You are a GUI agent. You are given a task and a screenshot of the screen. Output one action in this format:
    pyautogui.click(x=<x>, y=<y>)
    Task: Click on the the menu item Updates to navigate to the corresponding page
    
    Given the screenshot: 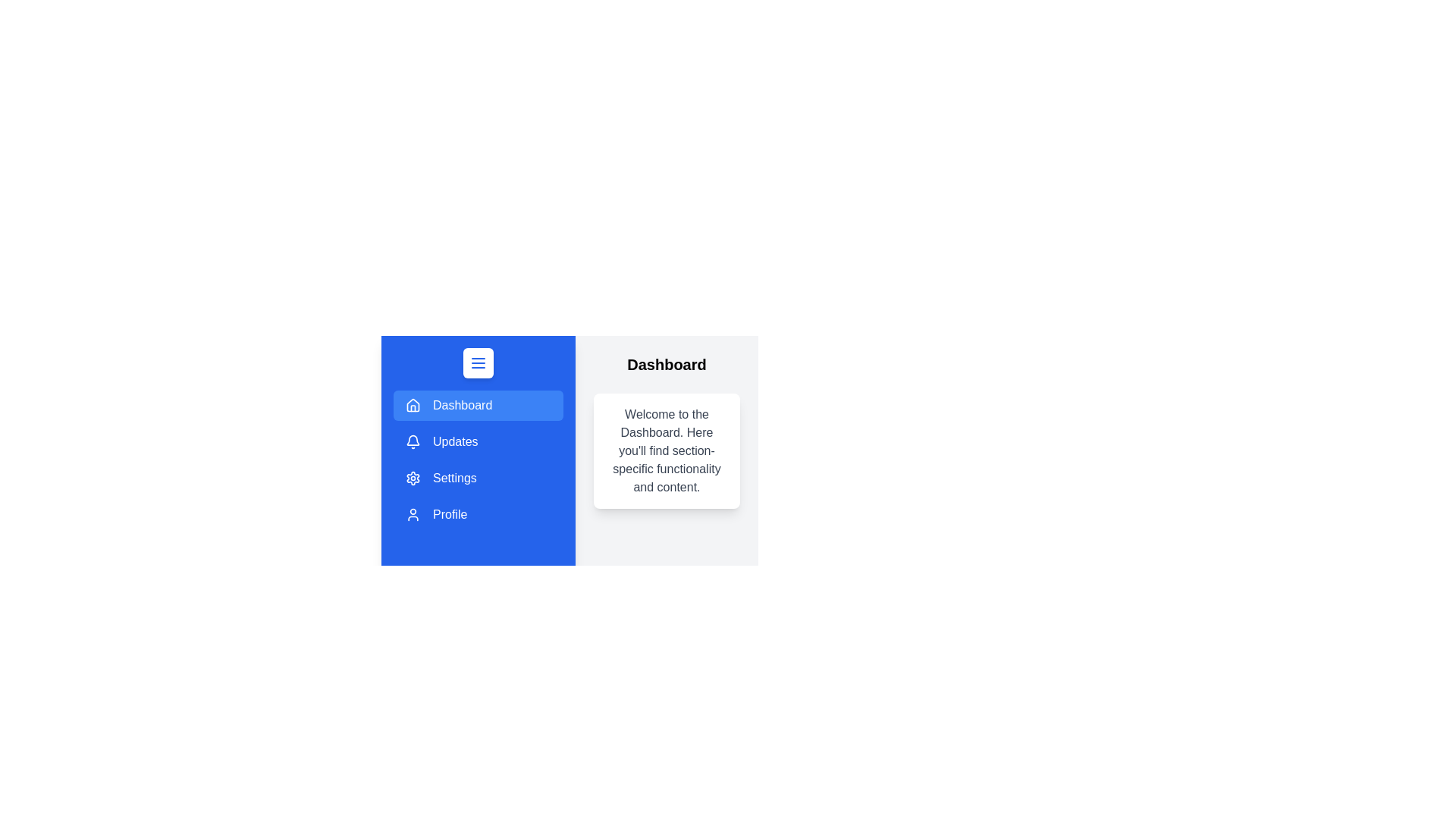 What is the action you would take?
    pyautogui.click(x=477, y=441)
    